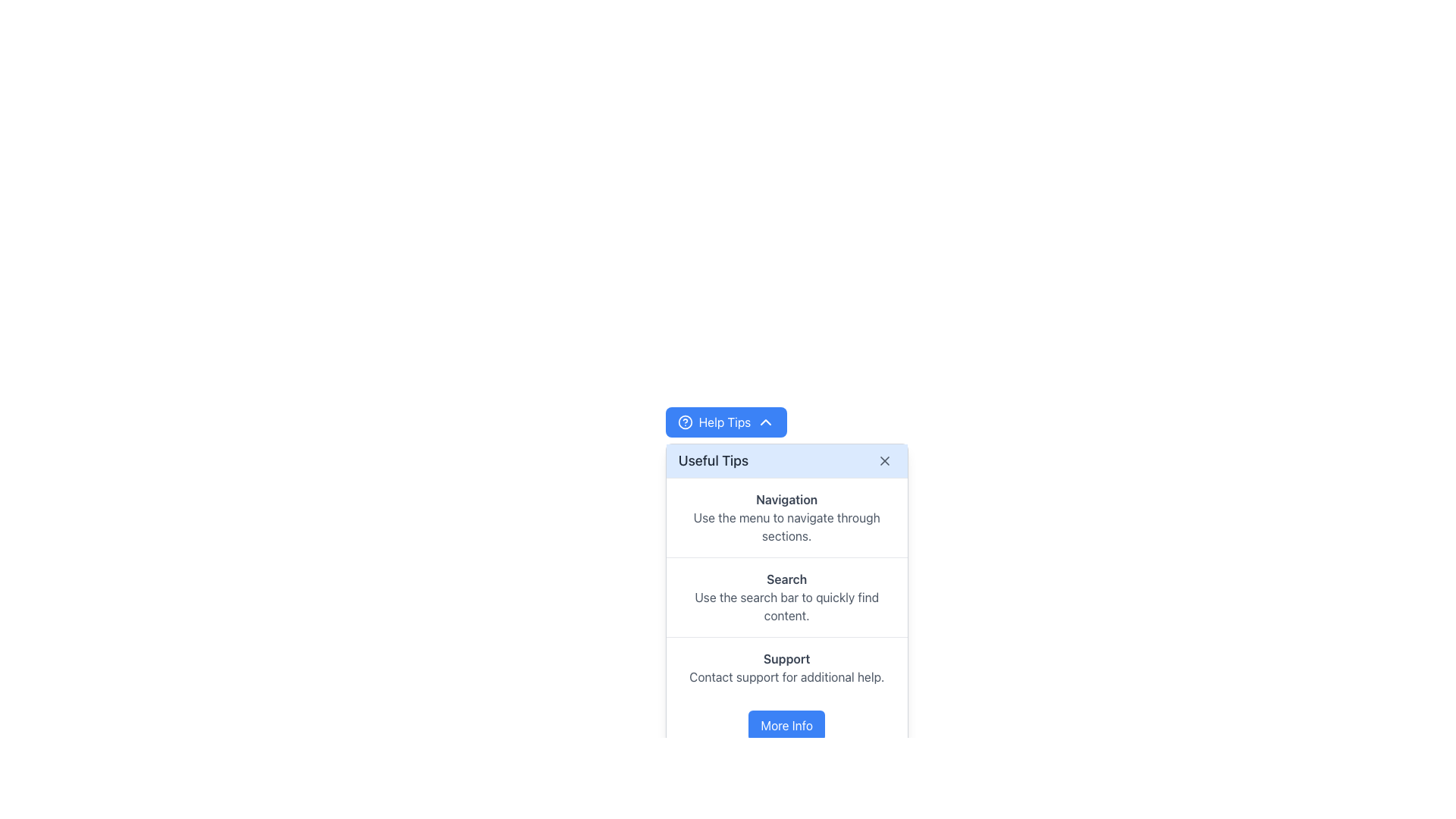 The width and height of the screenshot is (1456, 819). What do you see at coordinates (786, 516) in the screenshot?
I see `the Informational panel item located in the 'Useful Tips' panel, which provides guidance on using the menu for navigation` at bounding box center [786, 516].